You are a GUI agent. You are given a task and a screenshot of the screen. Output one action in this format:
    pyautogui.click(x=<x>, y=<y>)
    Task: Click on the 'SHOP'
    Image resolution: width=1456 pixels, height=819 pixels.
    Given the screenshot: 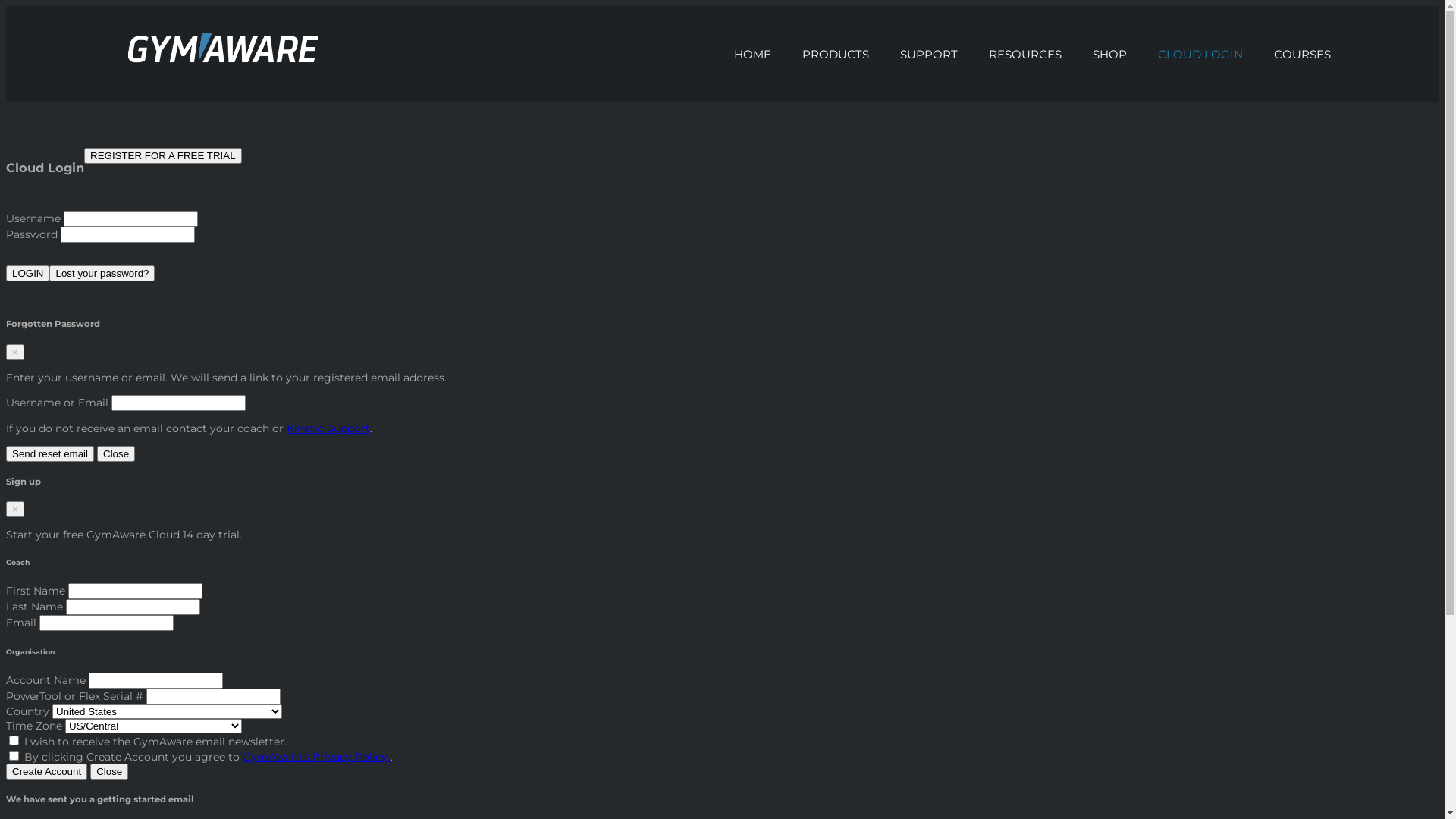 What is the action you would take?
    pyautogui.click(x=1110, y=53)
    